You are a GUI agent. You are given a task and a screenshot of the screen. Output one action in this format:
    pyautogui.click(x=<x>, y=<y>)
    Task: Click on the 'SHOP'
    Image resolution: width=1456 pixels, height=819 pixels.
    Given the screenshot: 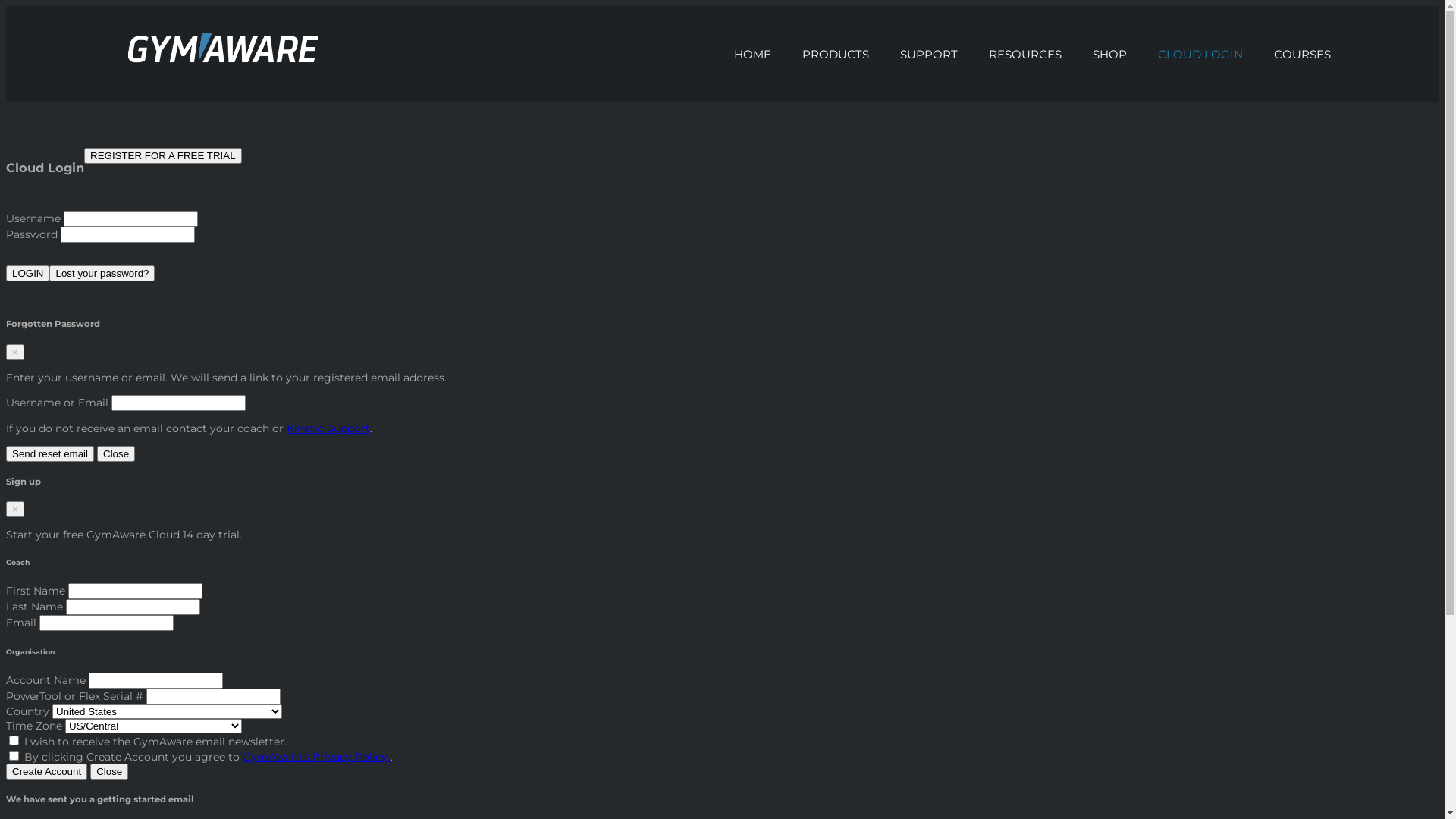 What is the action you would take?
    pyautogui.click(x=1110, y=53)
    